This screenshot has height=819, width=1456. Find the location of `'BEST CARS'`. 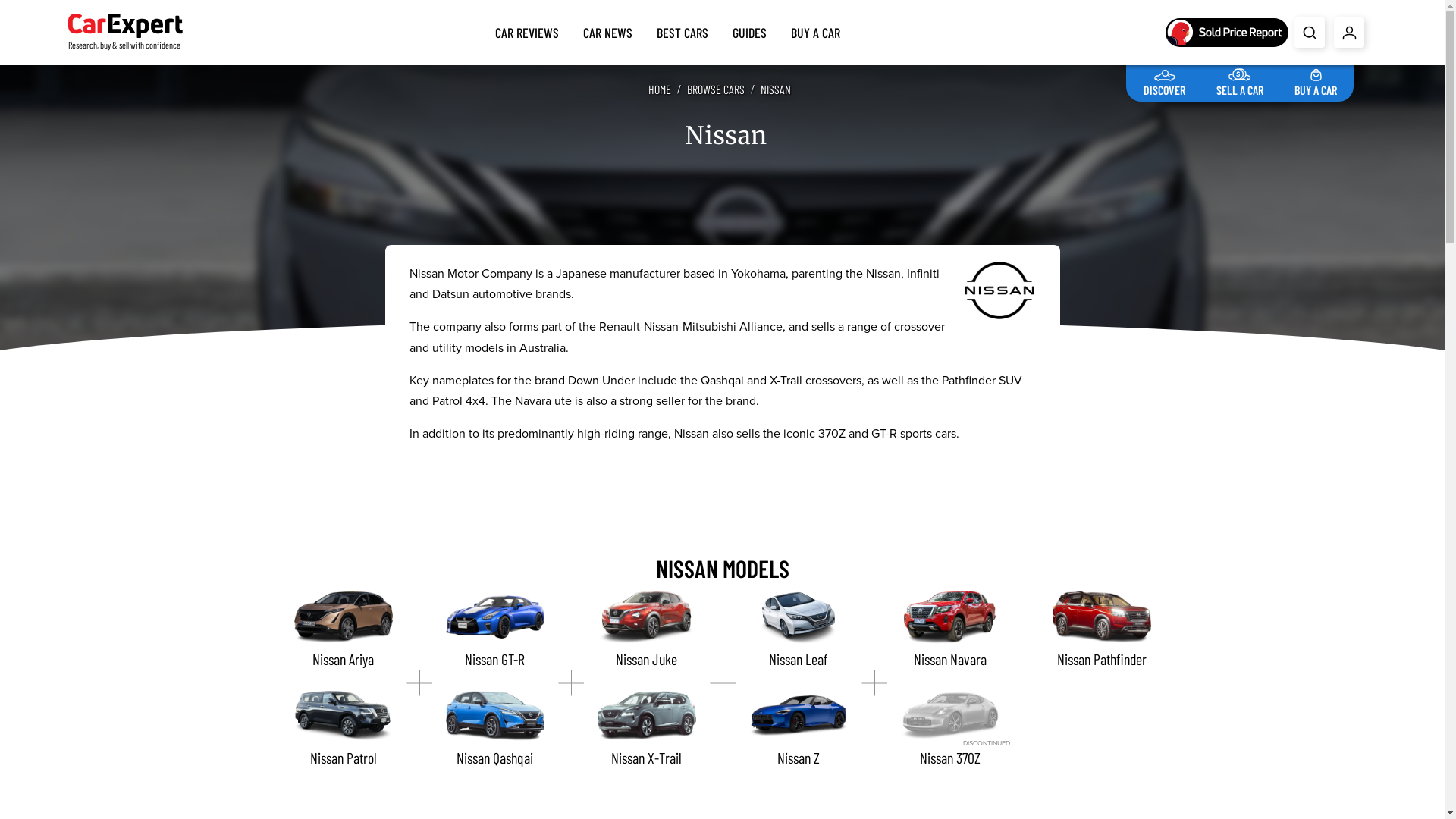

'BEST CARS' is located at coordinates (682, 29).